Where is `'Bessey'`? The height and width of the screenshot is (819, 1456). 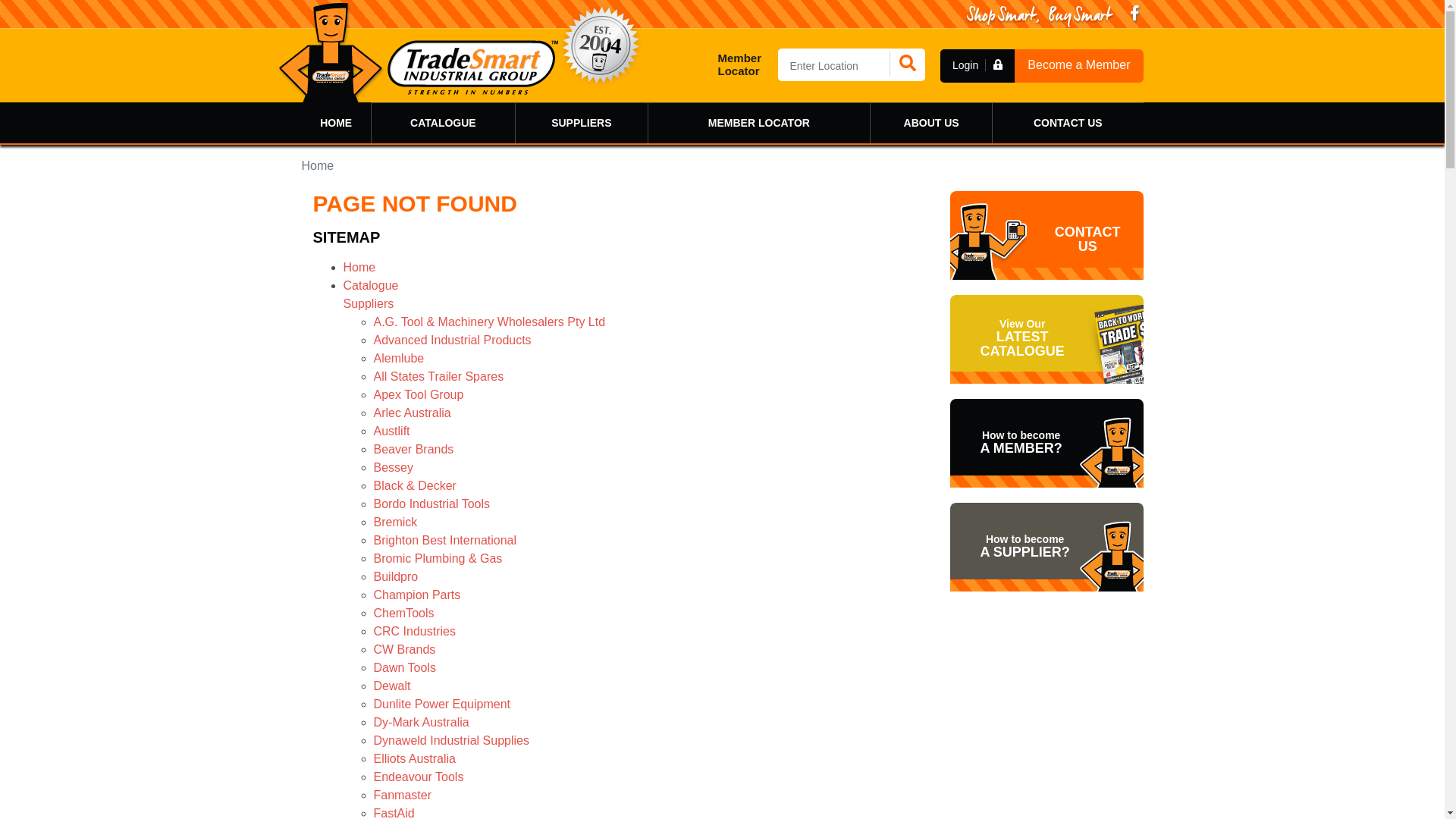
'Bessey' is located at coordinates (393, 466).